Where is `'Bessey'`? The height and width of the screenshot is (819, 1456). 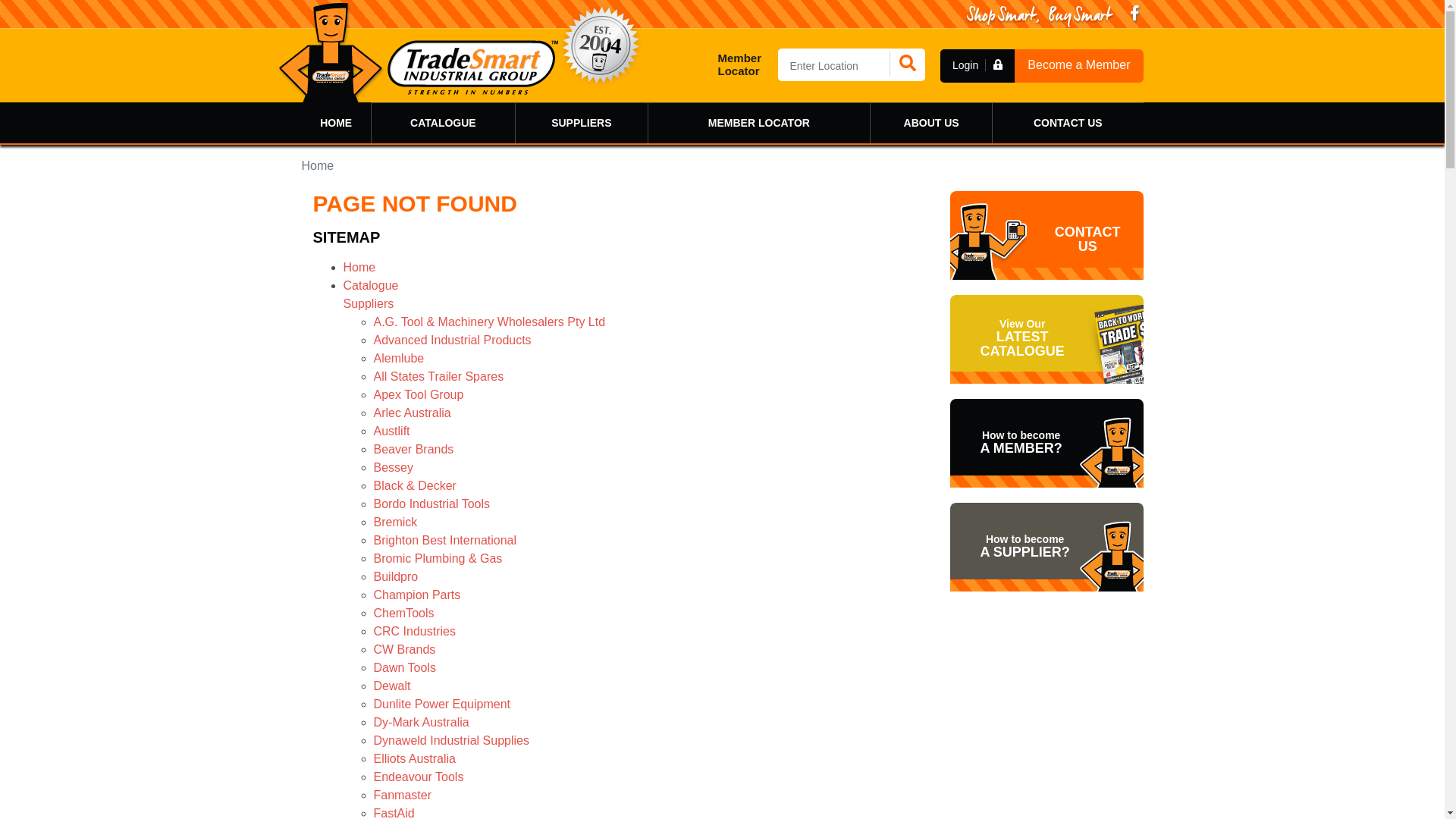
'Bessey' is located at coordinates (393, 466).